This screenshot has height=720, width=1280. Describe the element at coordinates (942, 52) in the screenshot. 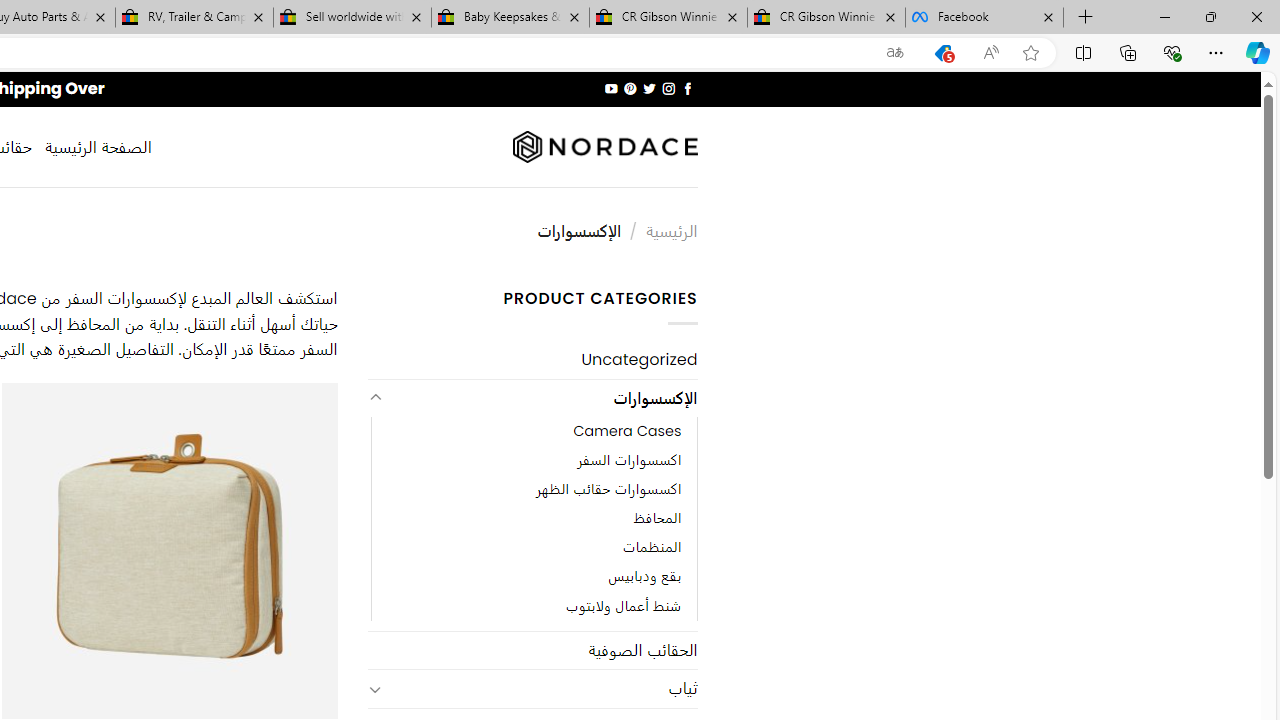

I see `'This site has coupons! Shopping in Microsoft Edge, 5'` at that location.